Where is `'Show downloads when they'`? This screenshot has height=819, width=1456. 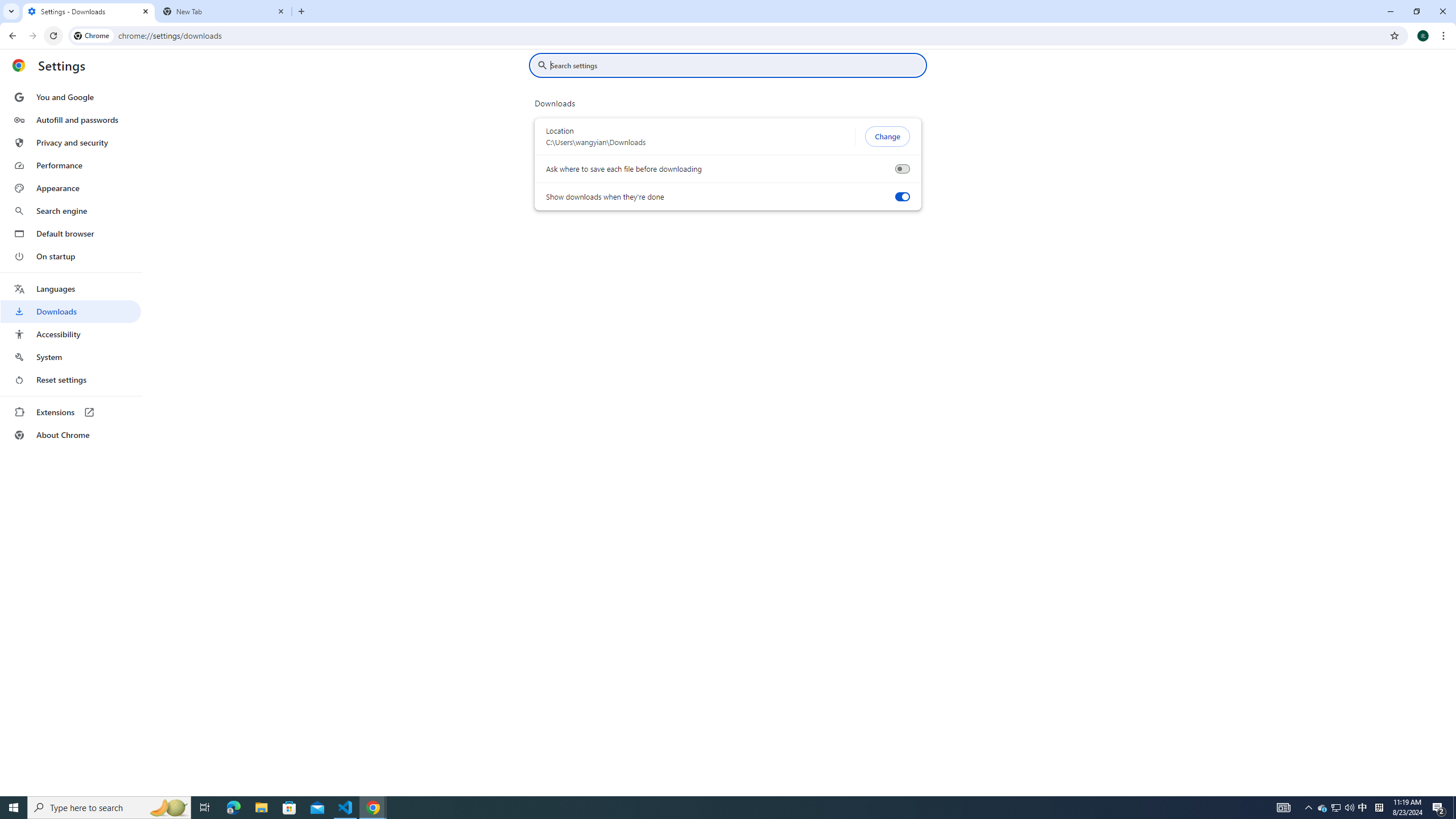
'Show downloads when they' is located at coordinates (901, 197).